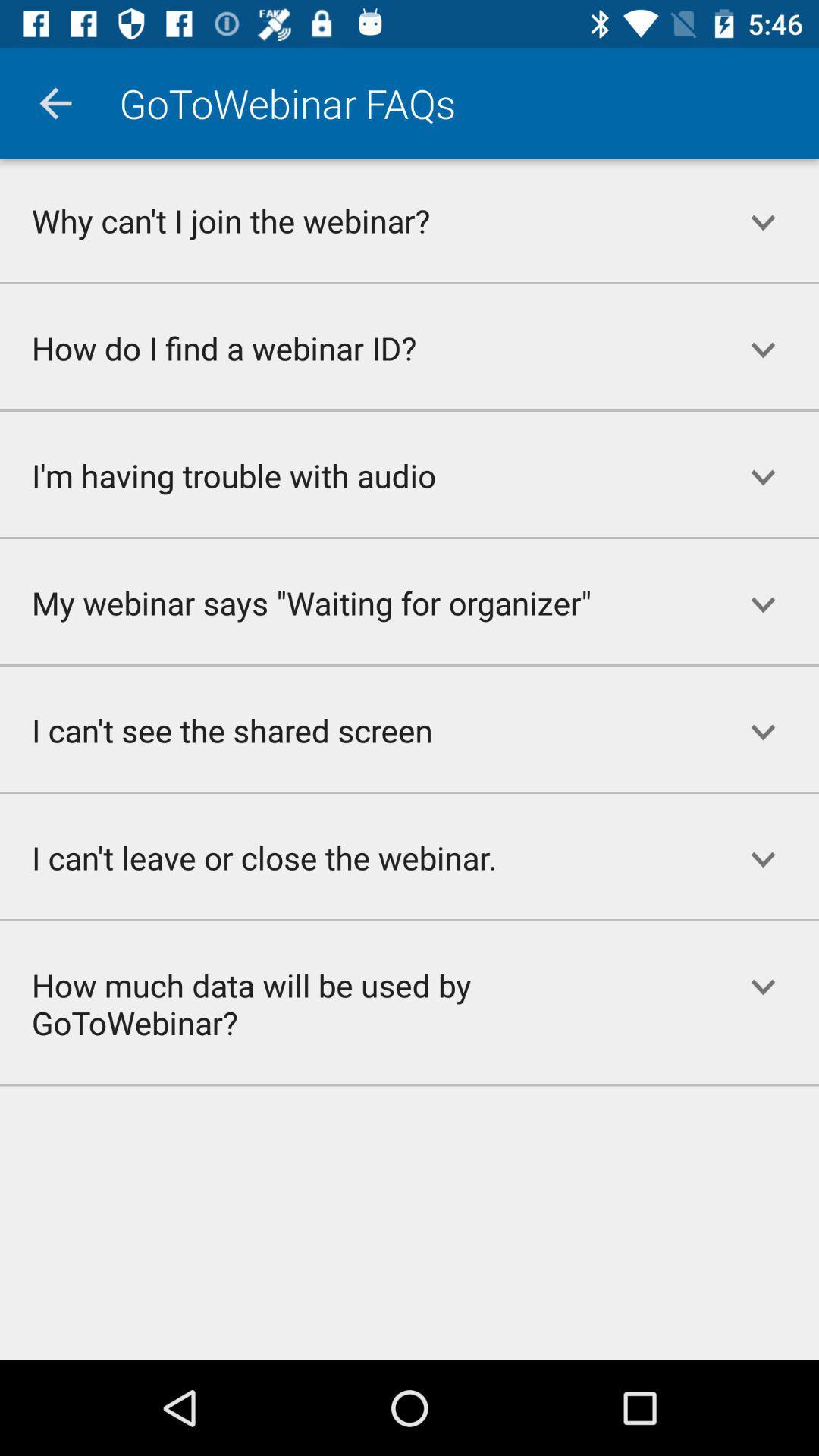 This screenshot has width=819, height=1456. Describe the element at coordinates (55, 102) in the screenshot. I see `the icon above why can t` at that location.